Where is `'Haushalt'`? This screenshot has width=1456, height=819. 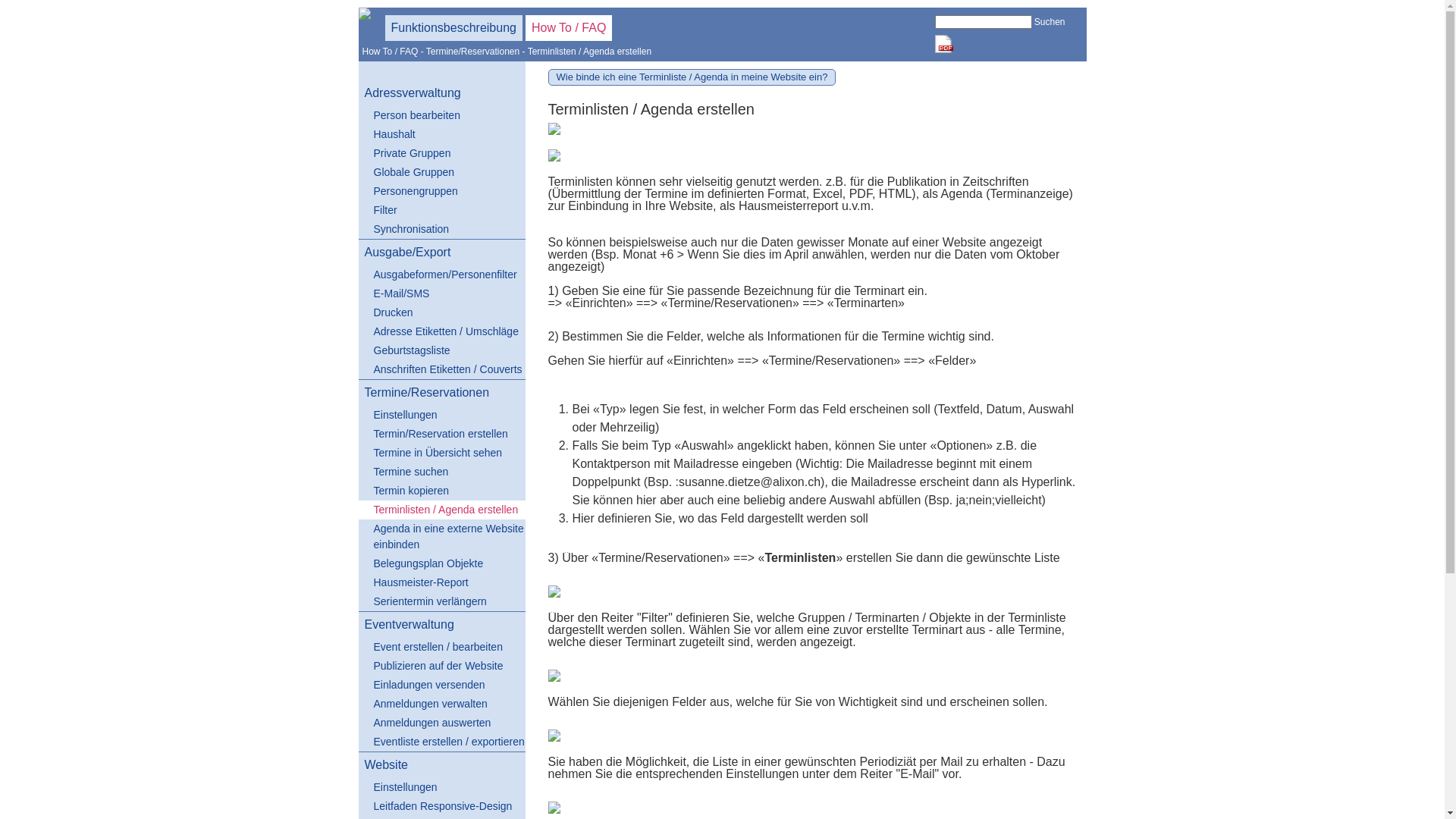
'Haushalt' is located at coordinates (440, 133).